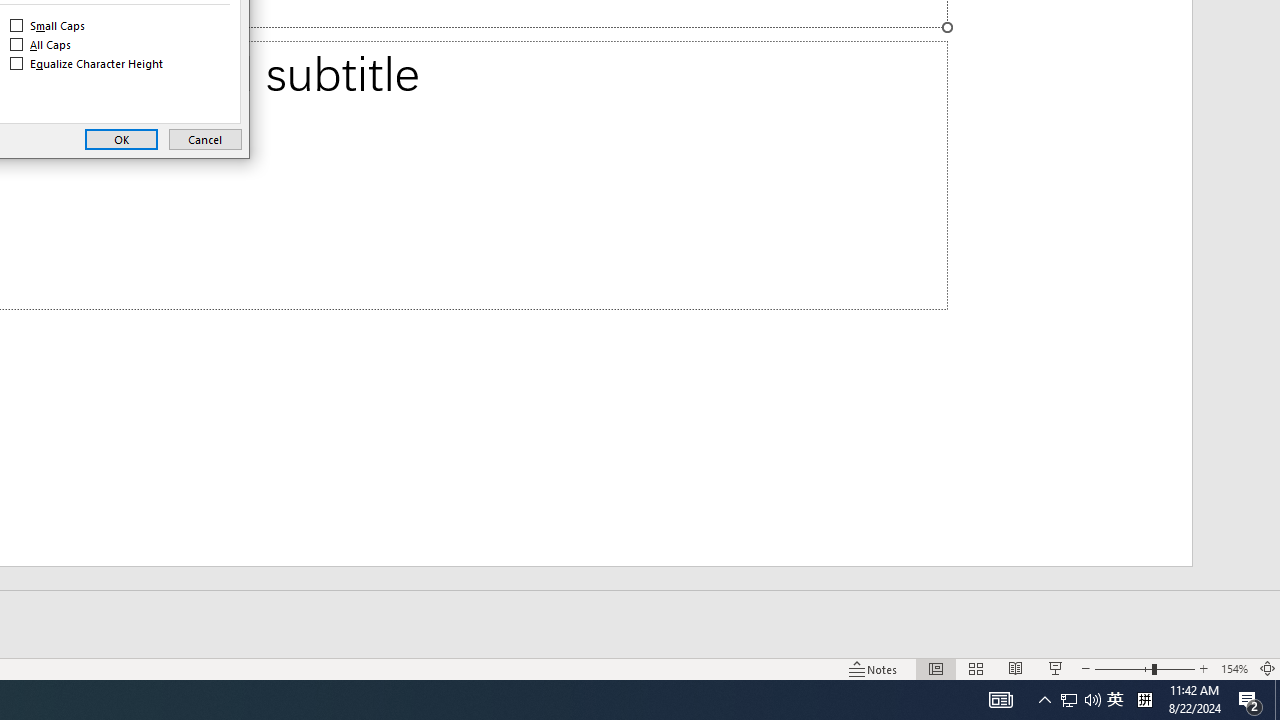  Describe the element at coordinates (41, 45) in the screenshot. I see `'All Caps'` at that location.